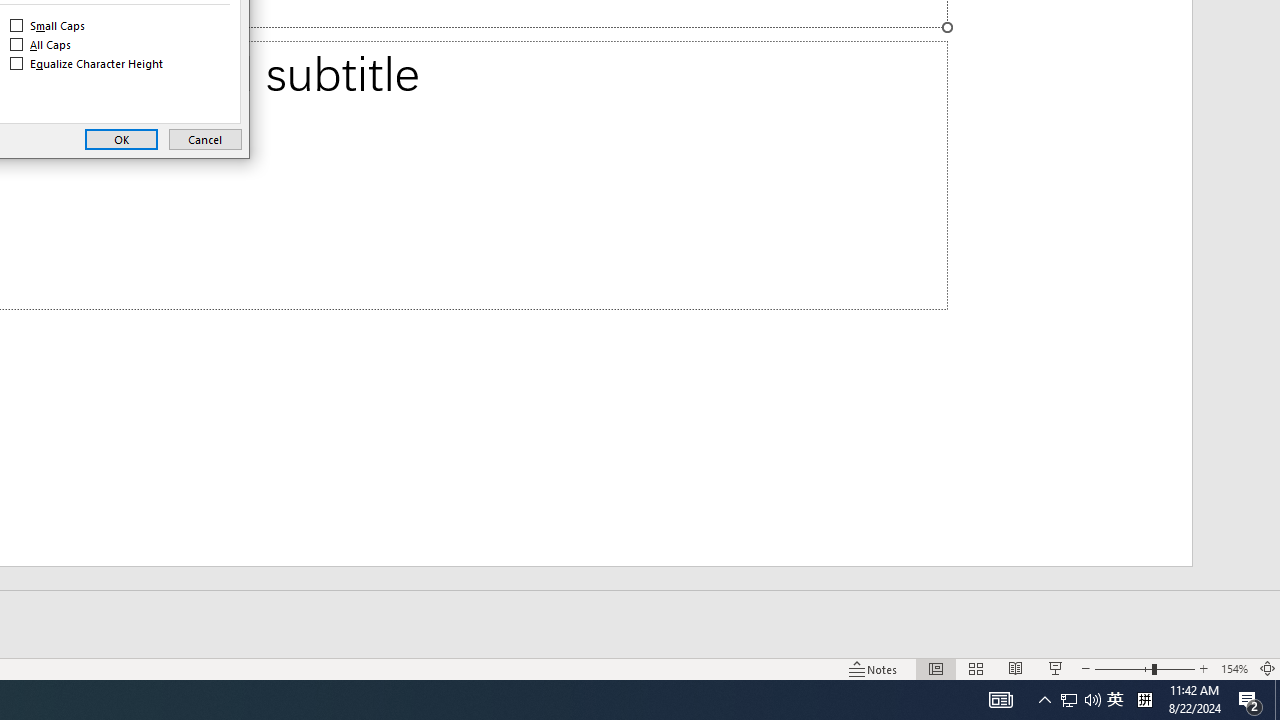  Describe the element at coordinates (41, 45) in the screenshot. I see `'All Caps'` at that location.